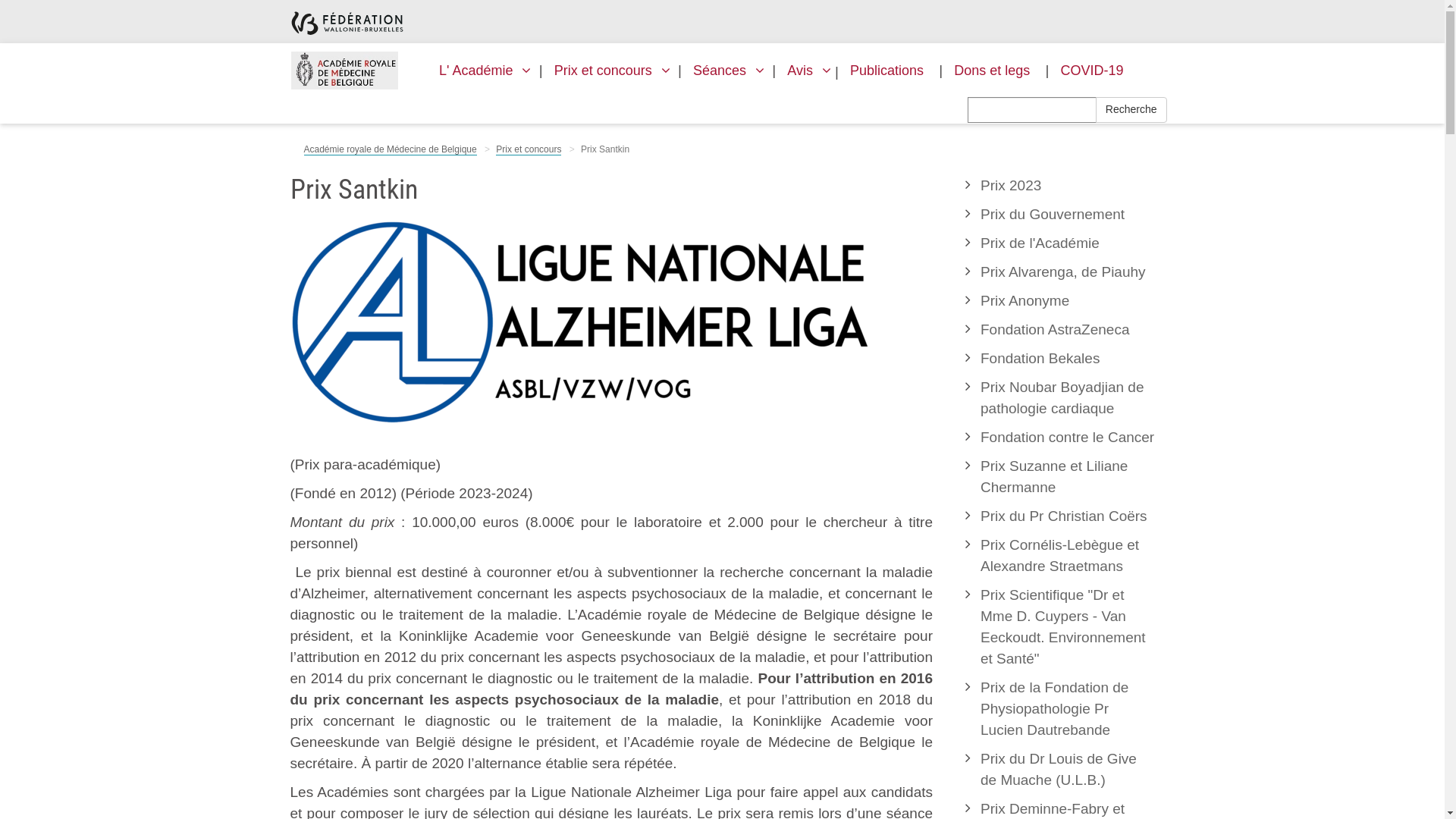  I want to click on 'Prix du Gouvernement', so click(1066, 214).